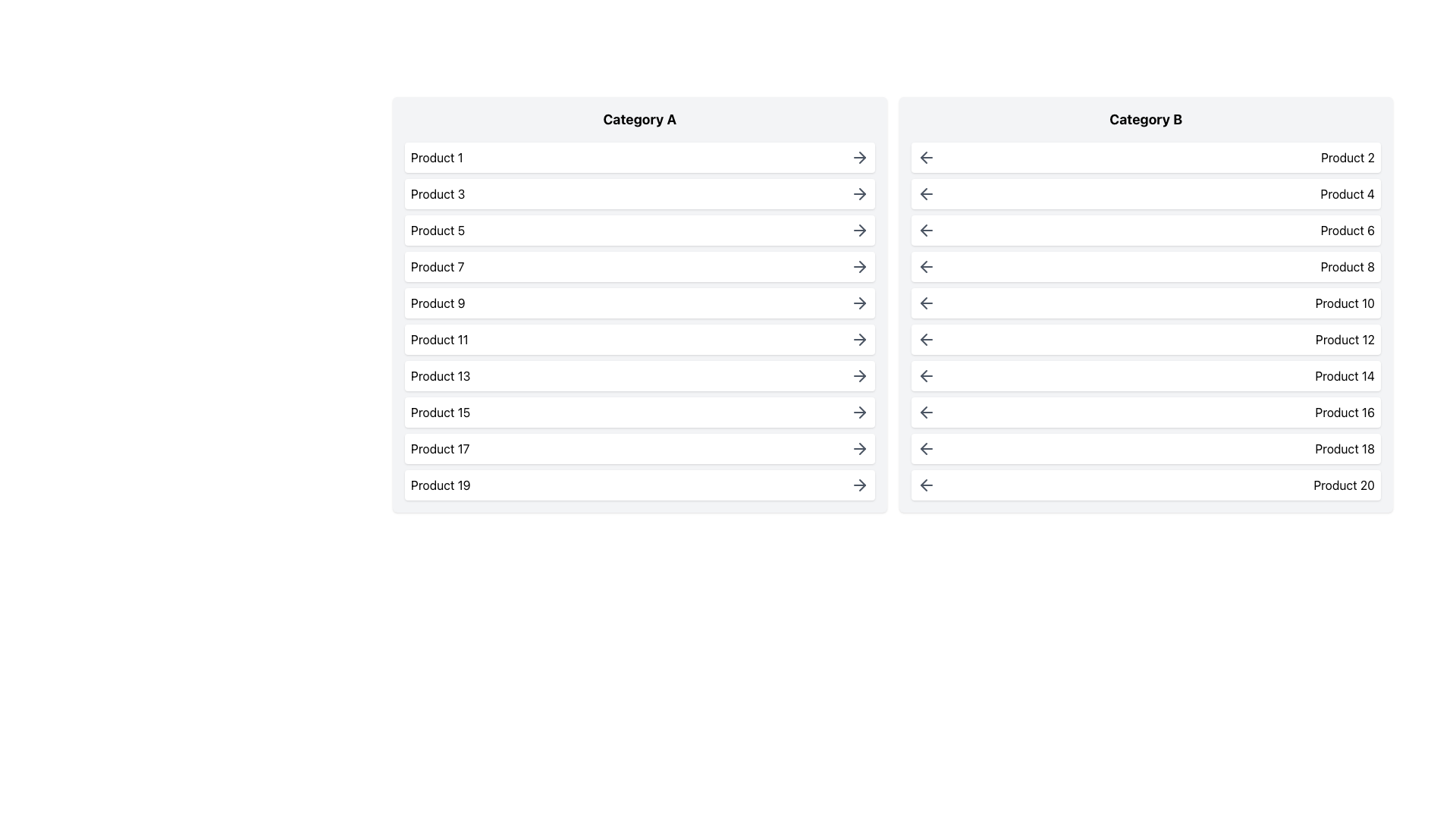 The image size is (1456, 819). I want to click on the leftward arrow icon related to 'Product 8' in the 'Category B' section of the interface, so click(923, 265).